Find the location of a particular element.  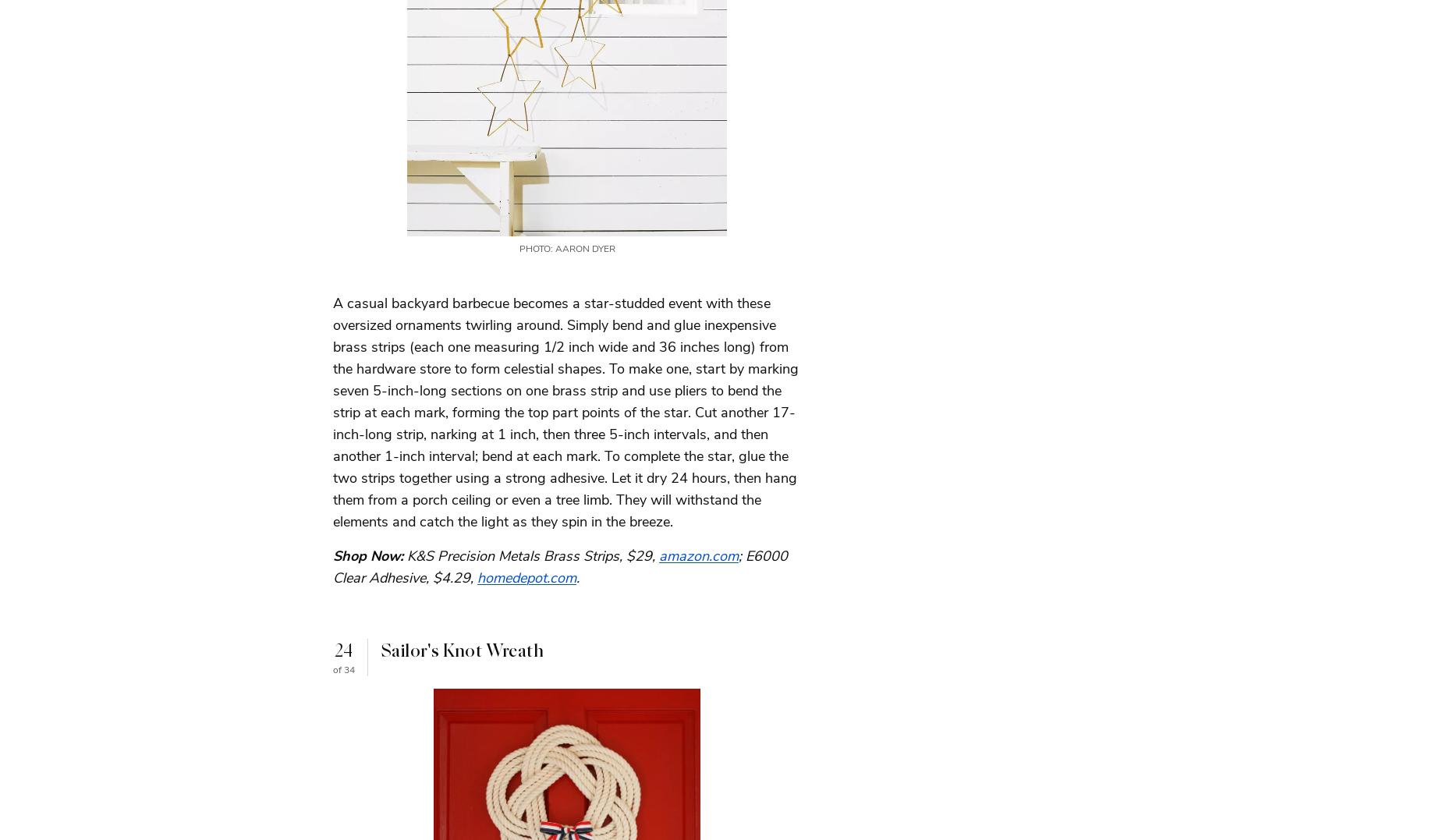

'Sailor's Knot Wreath' is located at coordinates (462, 650).